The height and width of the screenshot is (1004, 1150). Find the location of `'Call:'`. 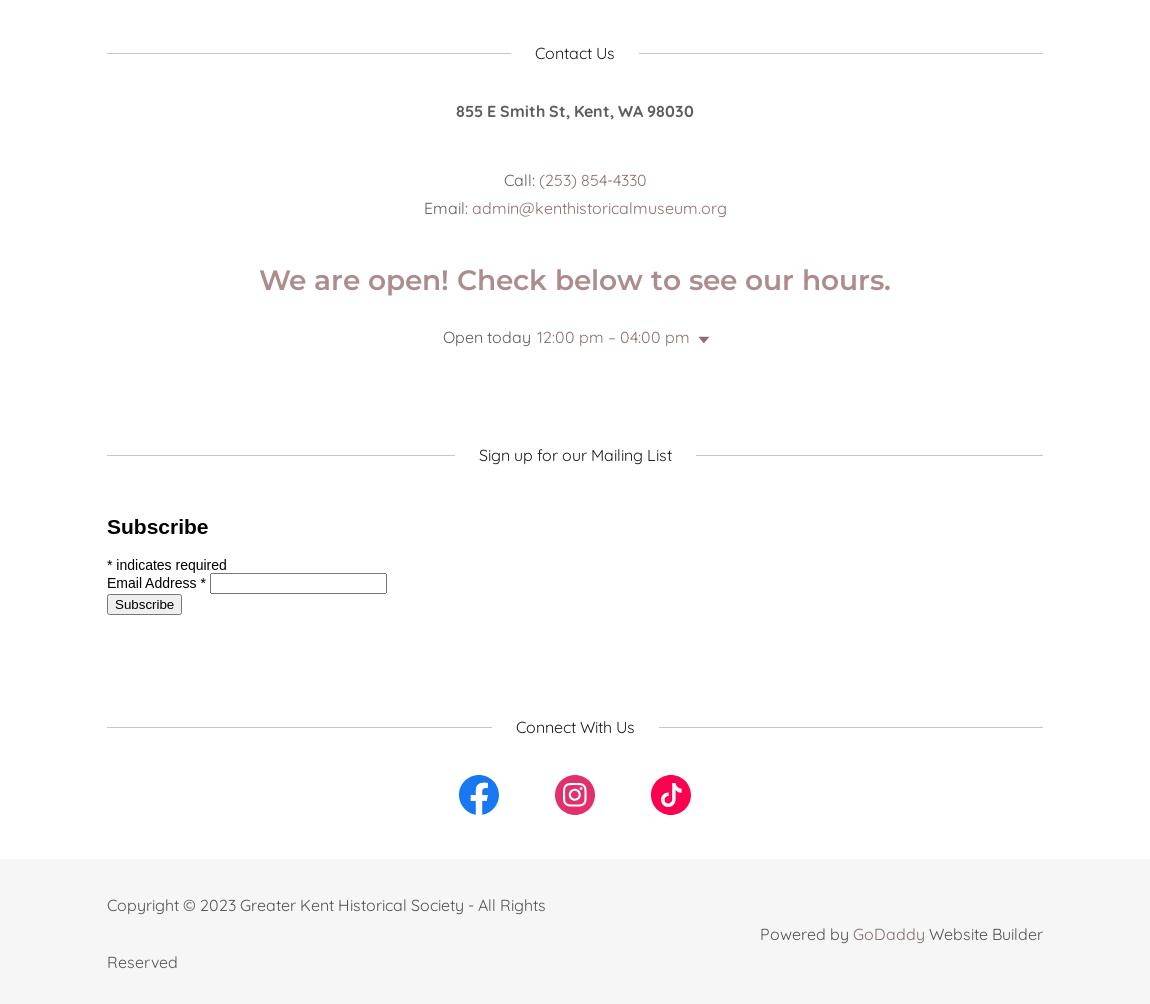

'Call:' is located at coordinates (520, 178).